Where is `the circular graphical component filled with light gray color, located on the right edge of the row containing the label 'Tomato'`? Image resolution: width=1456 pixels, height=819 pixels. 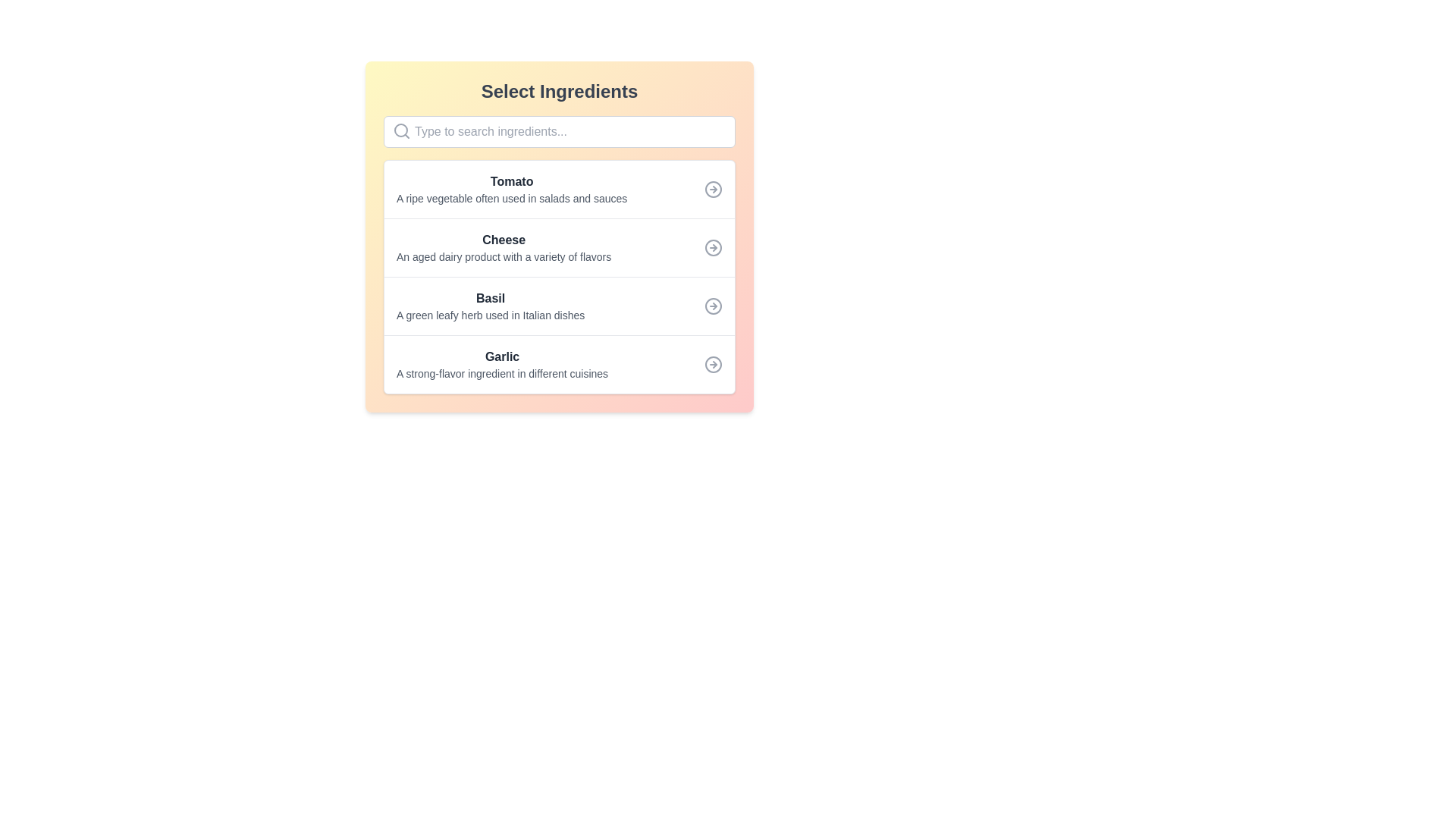 the circular graphical component filled with light gray color, located on the right edge of the row containing the label 'Tomato' is located at coordinates (712, 189).